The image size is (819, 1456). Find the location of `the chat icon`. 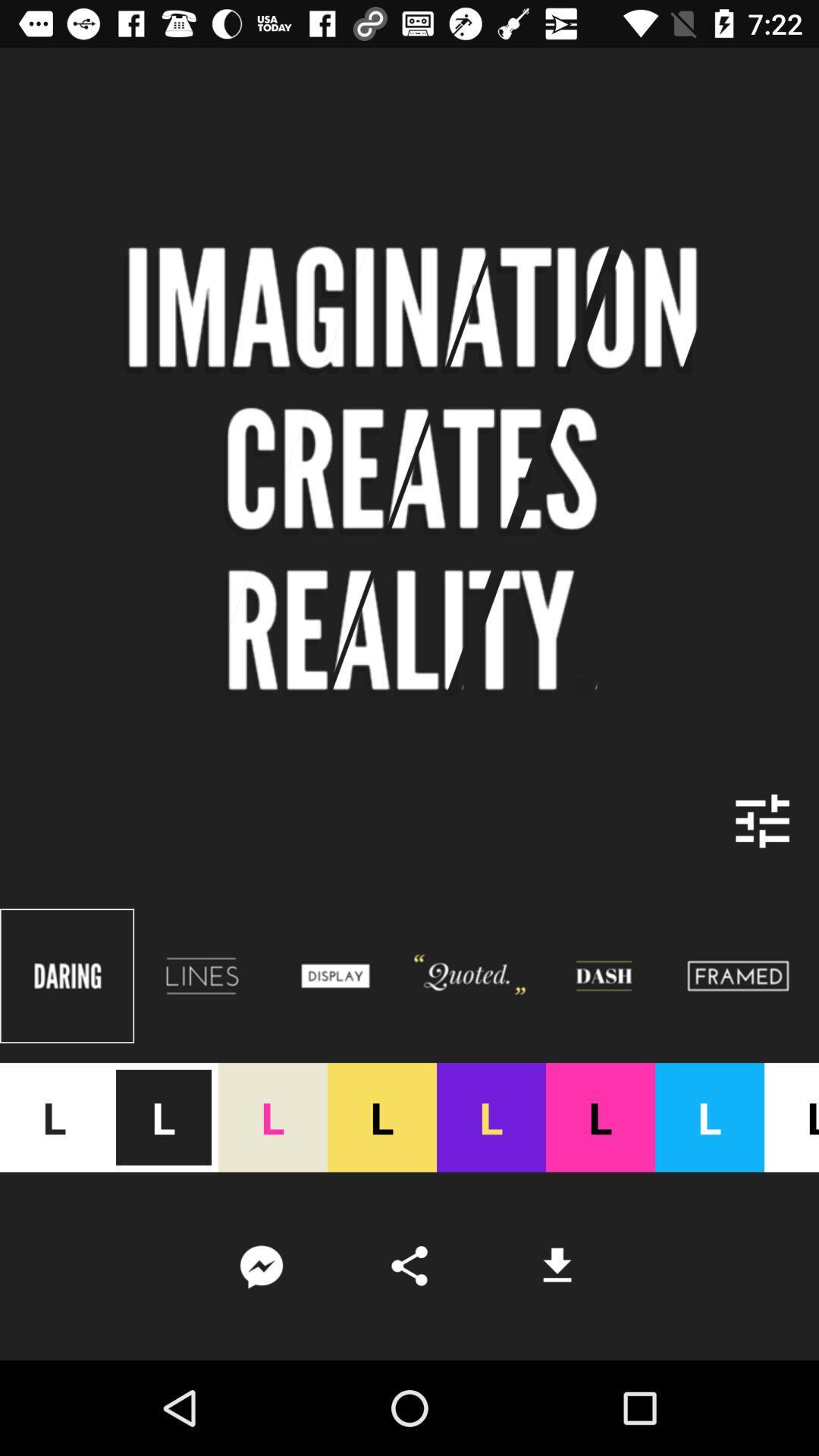

the chat icon is located at coordinates (260, 1266).